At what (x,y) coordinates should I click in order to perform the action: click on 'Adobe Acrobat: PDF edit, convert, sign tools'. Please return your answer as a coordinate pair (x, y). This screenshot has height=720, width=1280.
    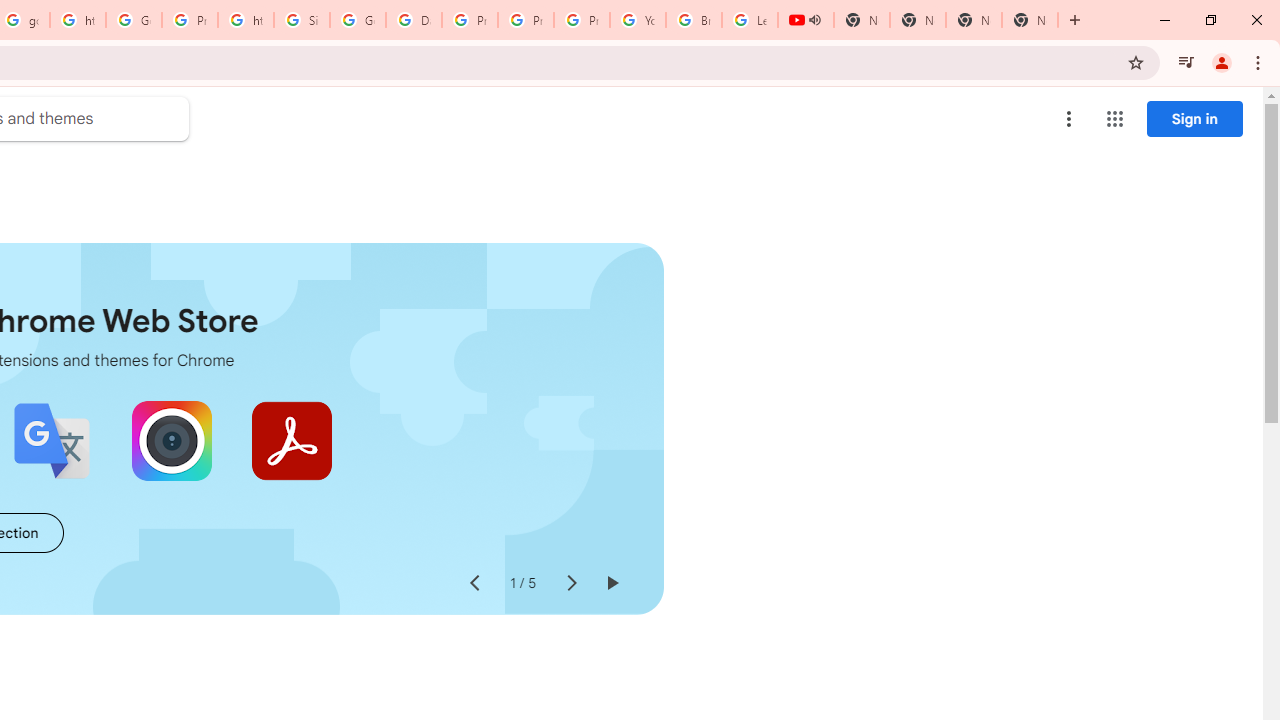
    Looking at the image, I should click on (290, 440).